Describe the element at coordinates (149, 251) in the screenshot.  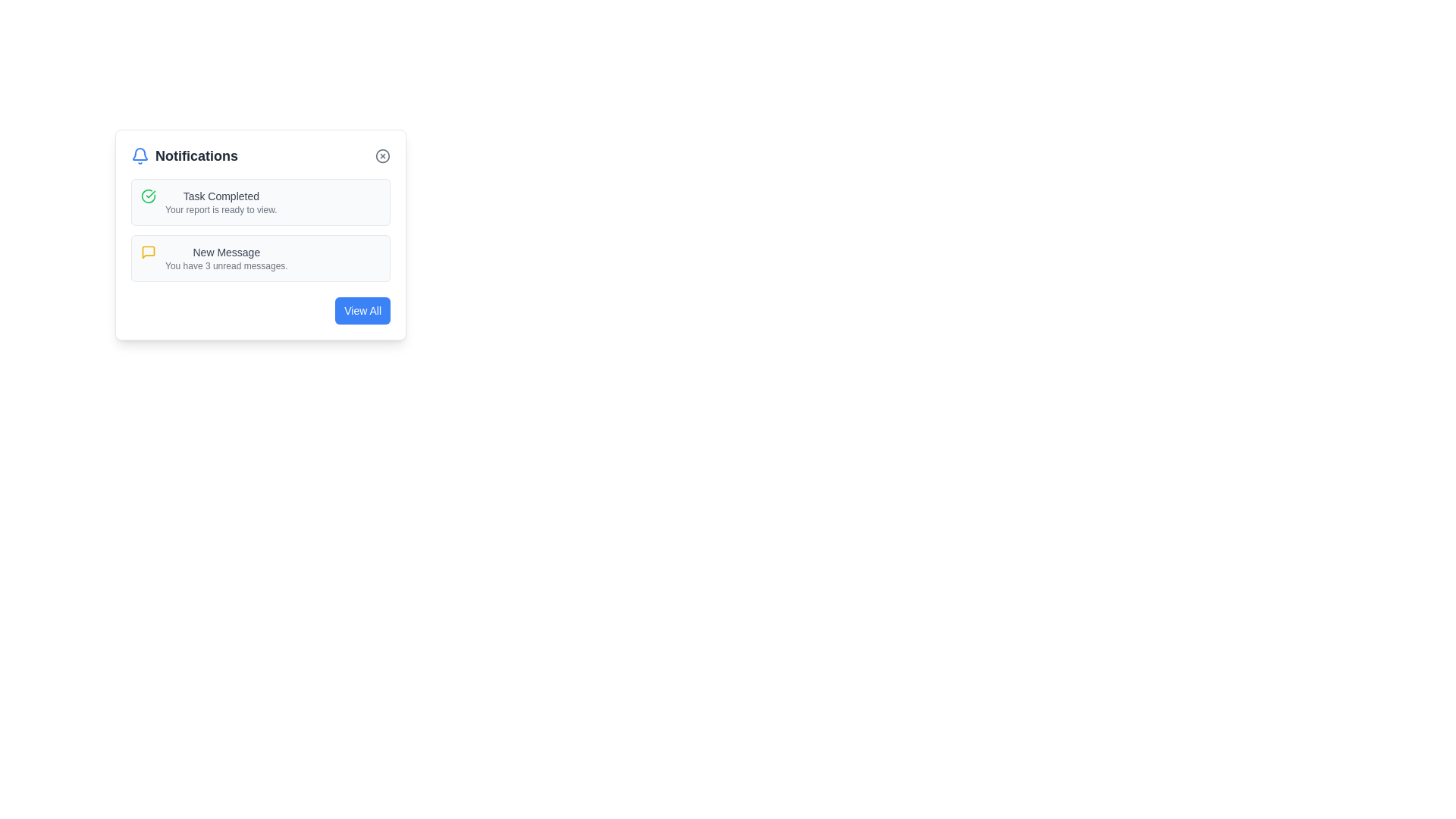
I see `the message bubble icon with a yellow outline, located to the left of the 'New Message' text in the notification section` at that location.